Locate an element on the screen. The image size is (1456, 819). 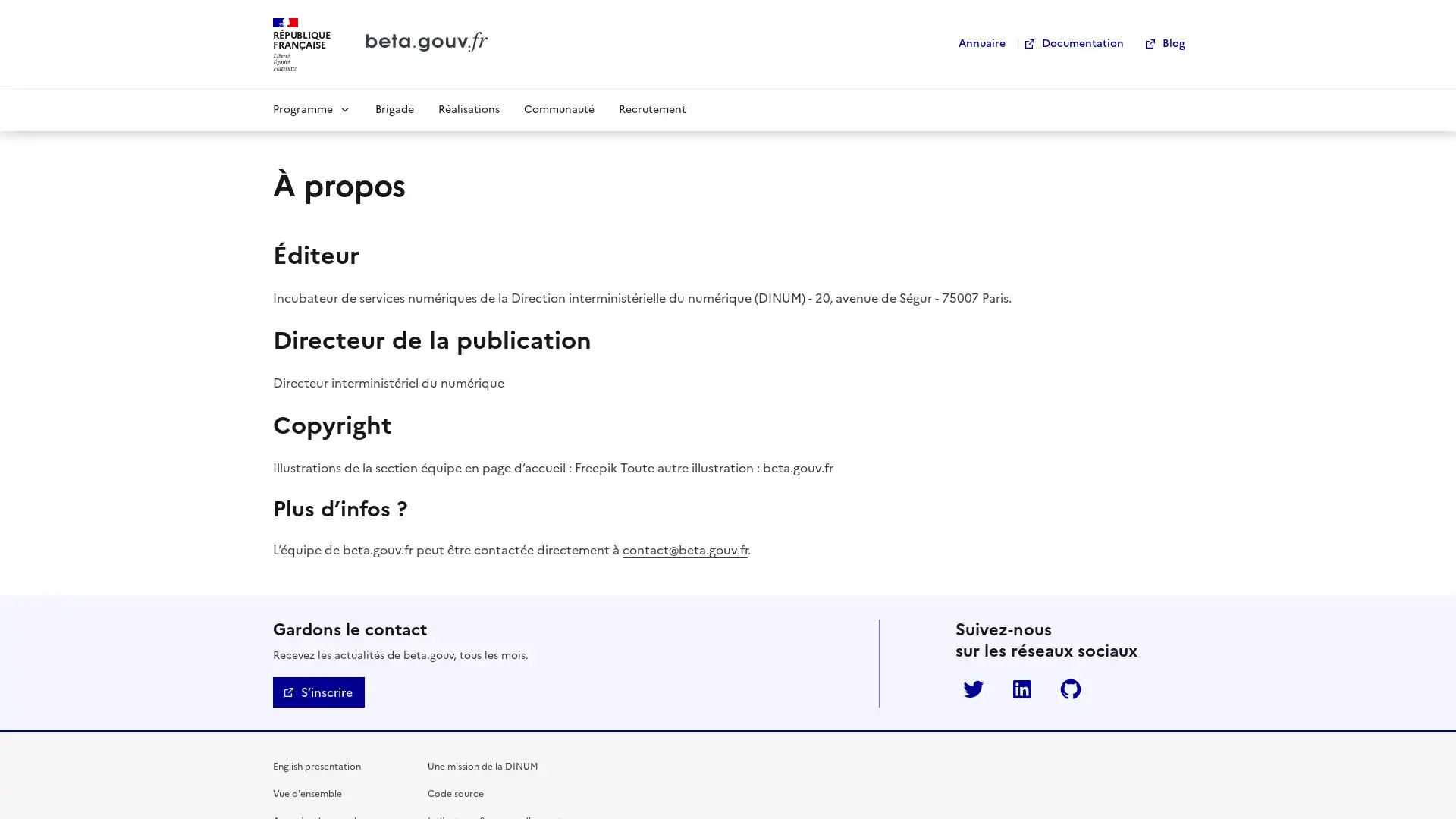
Programme is located at coordinates (311, 108).